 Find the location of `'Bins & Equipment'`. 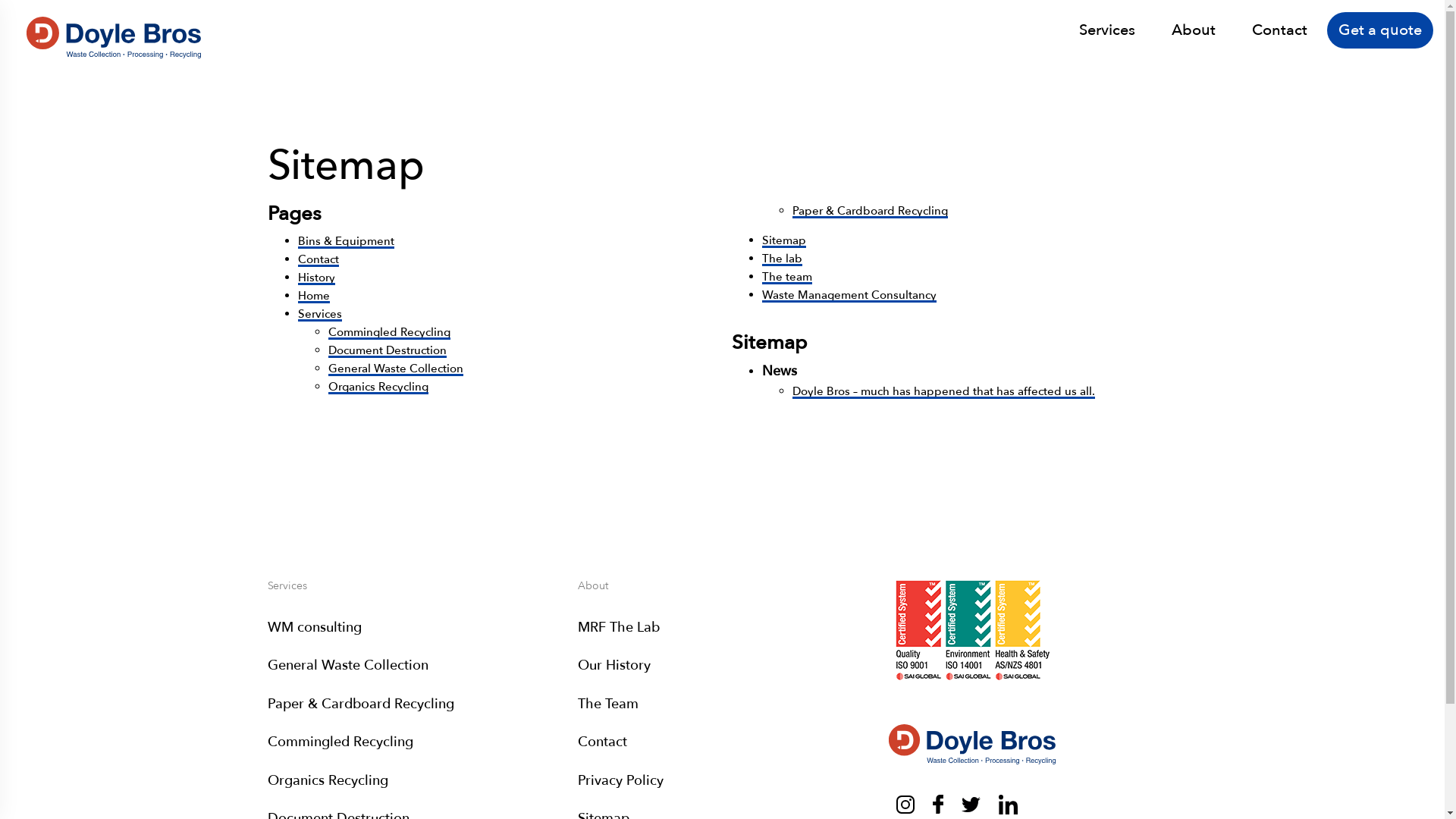

'Bins & Equipment' is located at coordinates (344, 240).